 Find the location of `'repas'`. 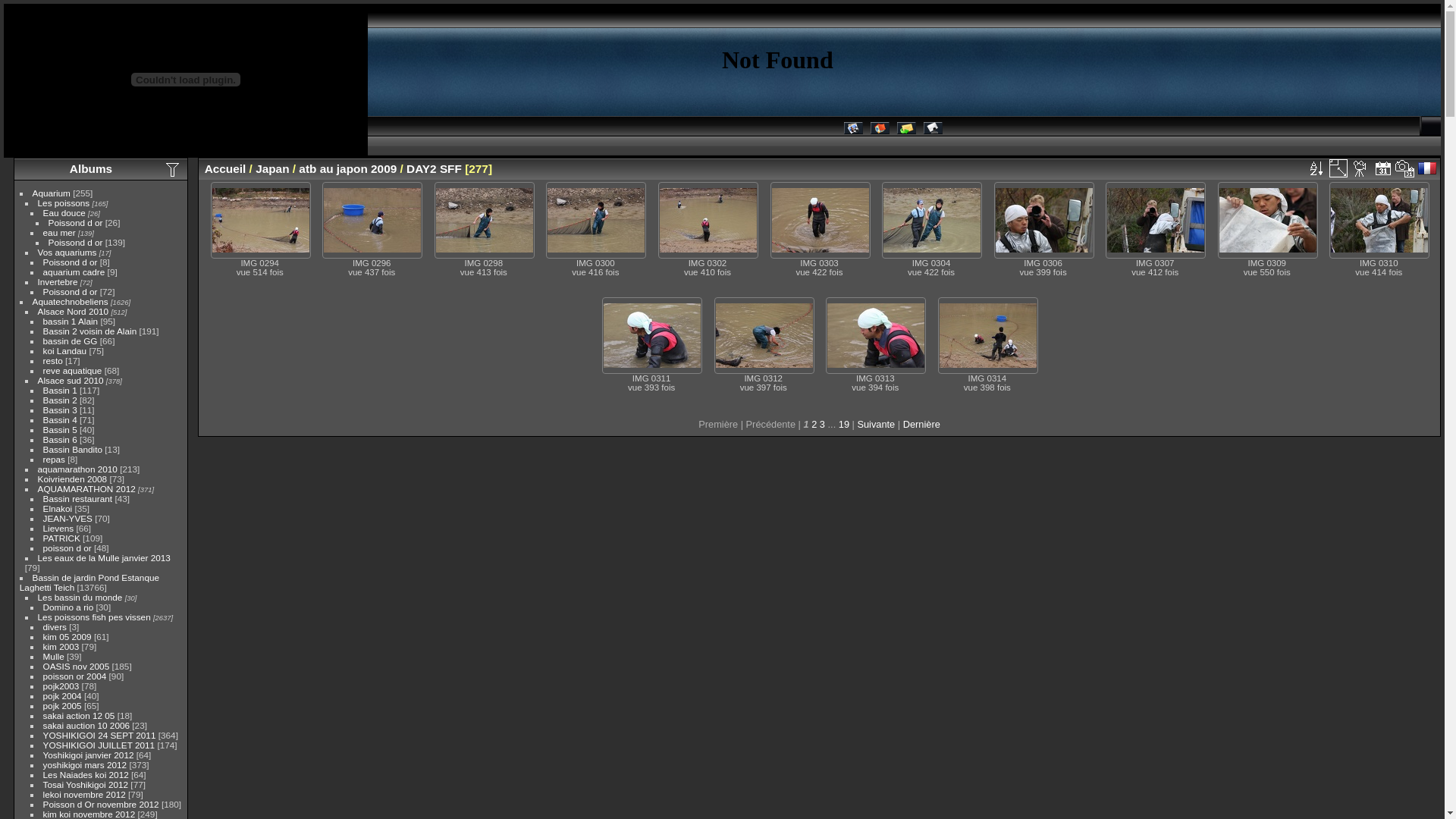

'repas' is located at coordinates (43, 458).